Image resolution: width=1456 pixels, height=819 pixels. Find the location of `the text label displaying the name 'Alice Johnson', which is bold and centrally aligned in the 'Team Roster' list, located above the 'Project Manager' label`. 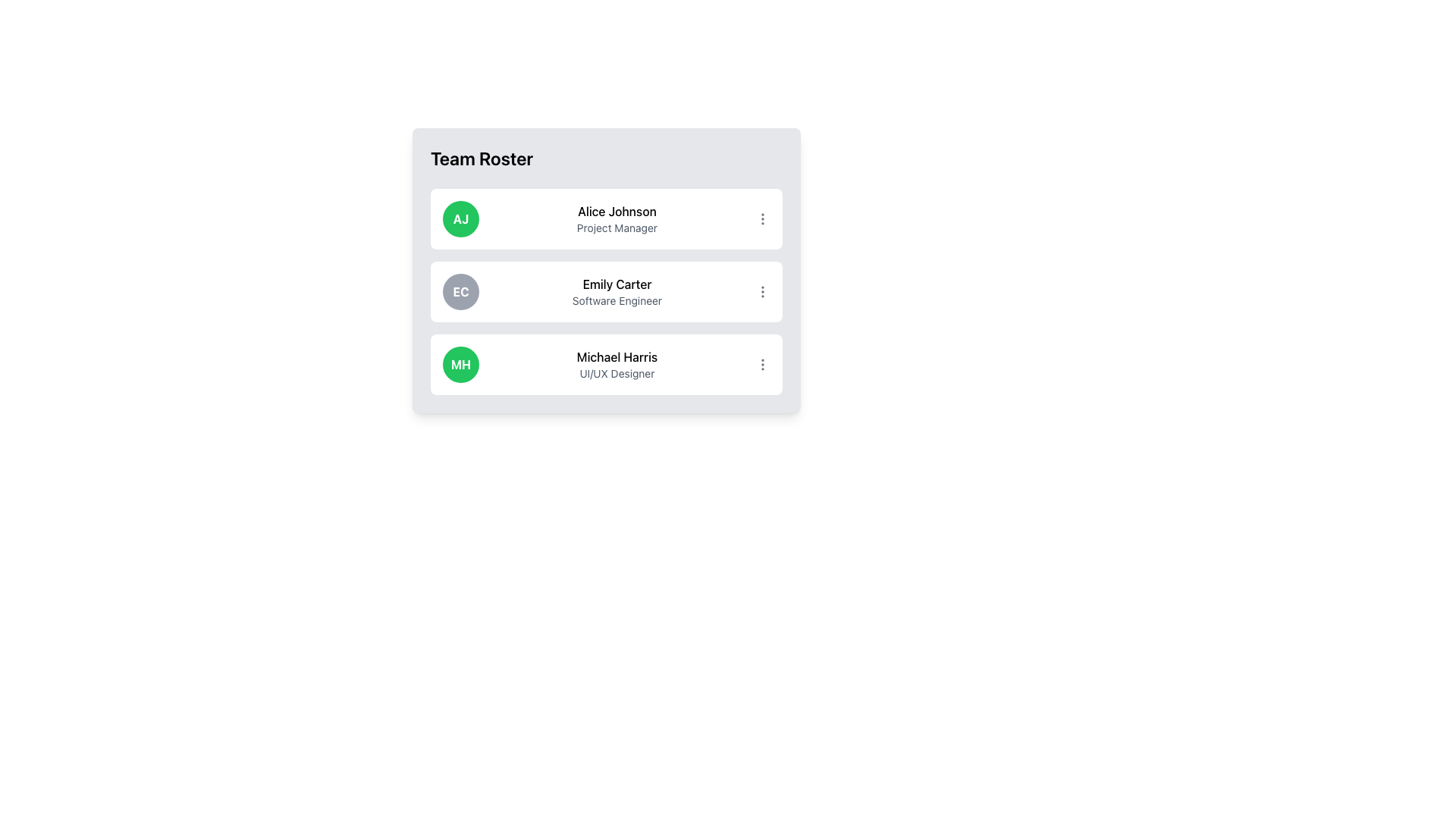

the text label displaying the name 'Alice Johnson', which is bold and centrally aligned in the 'Team Roster' list, located above the 'Project Manager' label is located at coordinates (617, 211).